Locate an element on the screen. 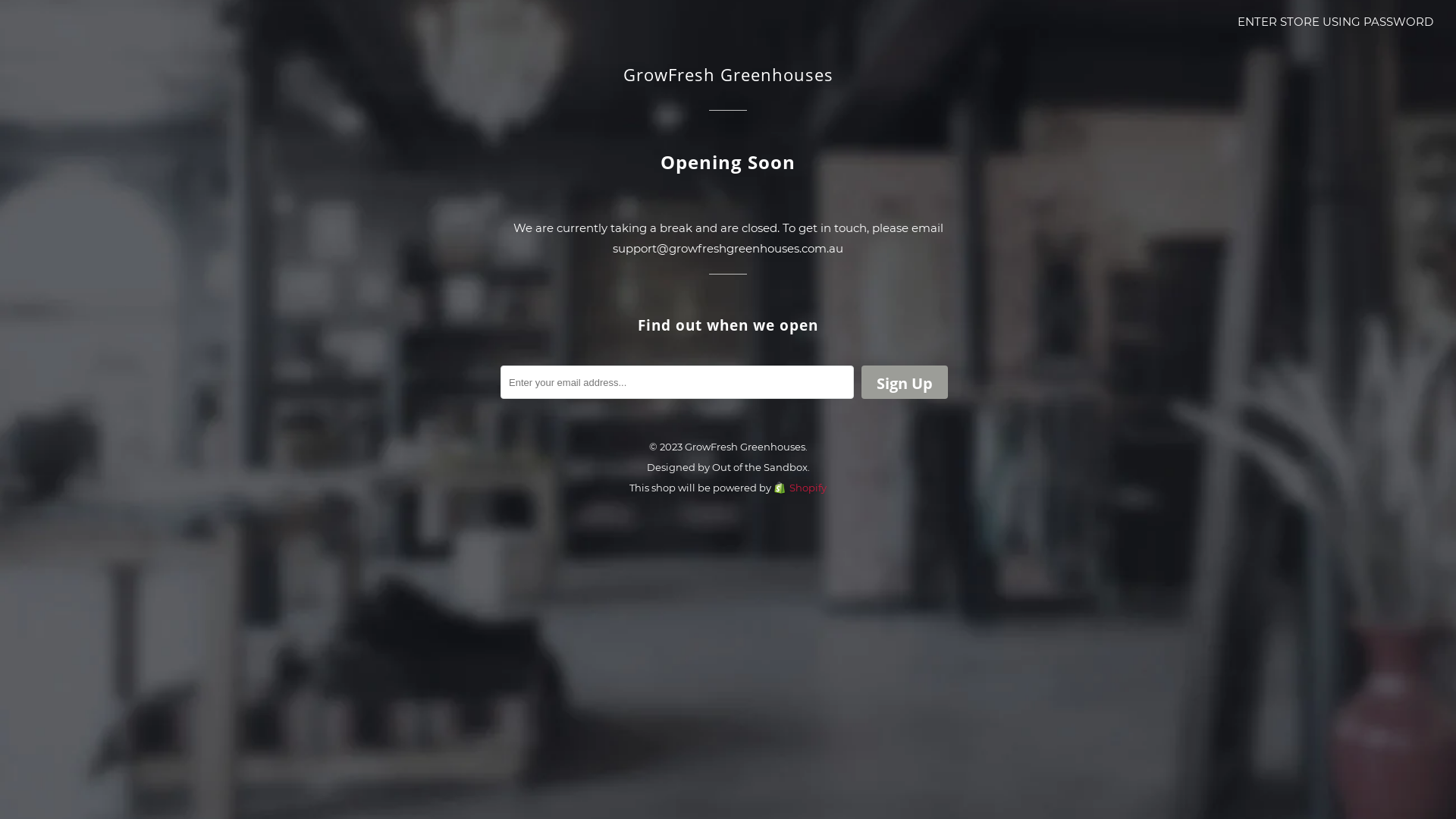 This screenshot has width=1456, height=819. 'Out of the Sandbox' is located at coordinates (759, 466).